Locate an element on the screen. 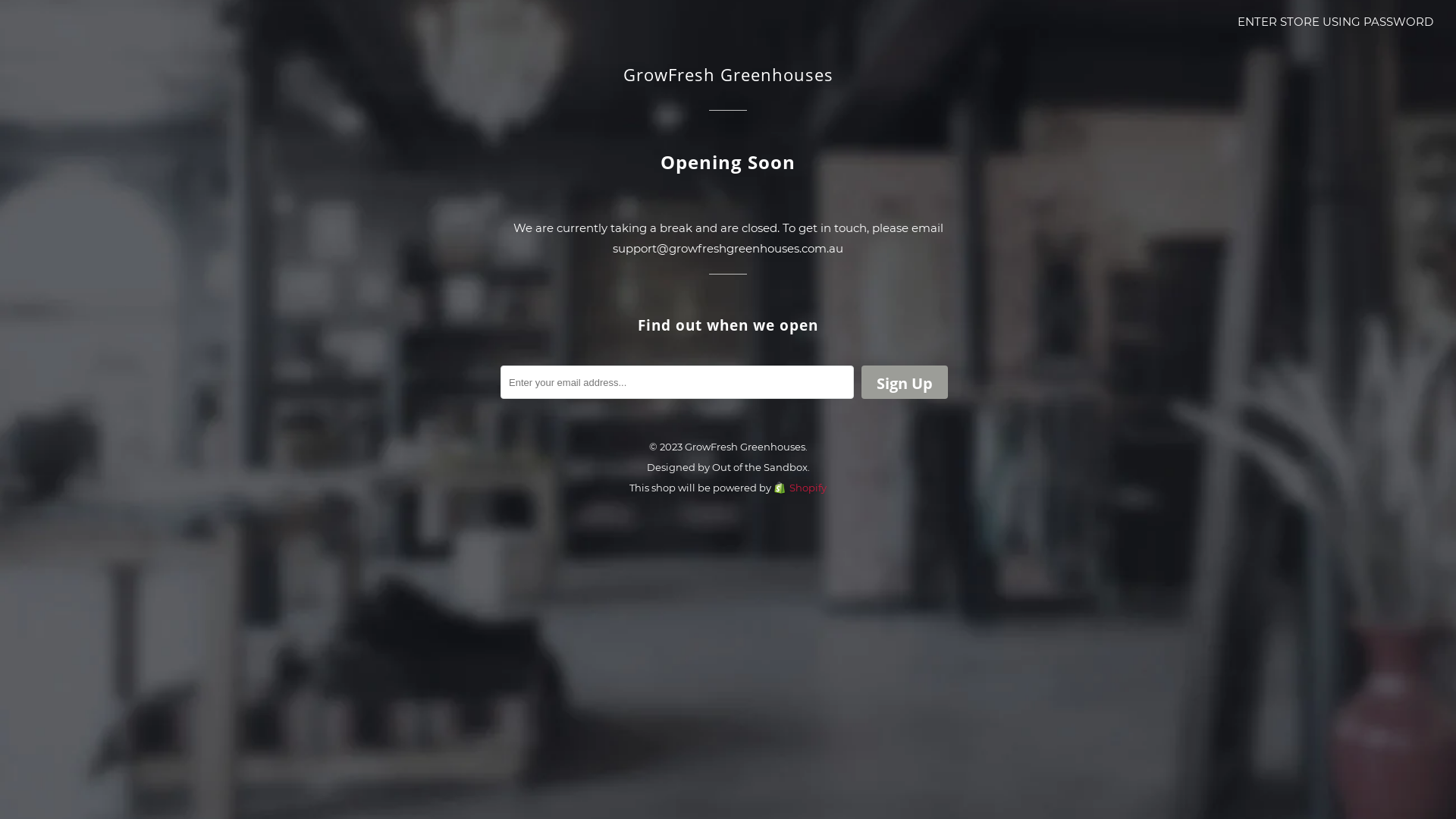 This screenshot has width=1456, height=819. 'Out of the Sandbox' is located at coordinates (759, 466).